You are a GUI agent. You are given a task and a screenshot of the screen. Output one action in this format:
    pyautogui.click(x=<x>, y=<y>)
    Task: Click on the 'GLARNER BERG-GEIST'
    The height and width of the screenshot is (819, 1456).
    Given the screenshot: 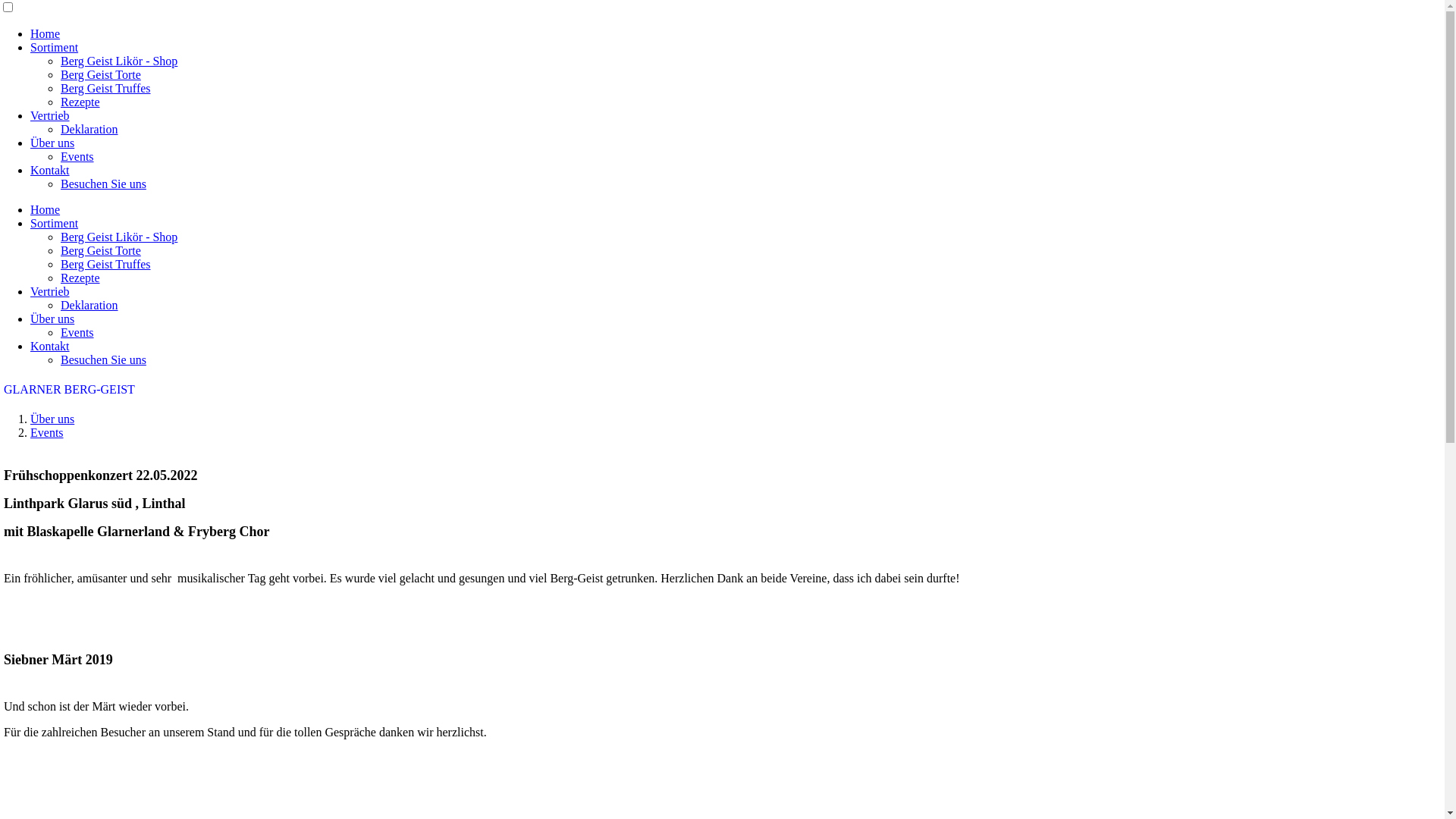 What is the action you would take?
    pyautogui.click(x=3, y=388)
    